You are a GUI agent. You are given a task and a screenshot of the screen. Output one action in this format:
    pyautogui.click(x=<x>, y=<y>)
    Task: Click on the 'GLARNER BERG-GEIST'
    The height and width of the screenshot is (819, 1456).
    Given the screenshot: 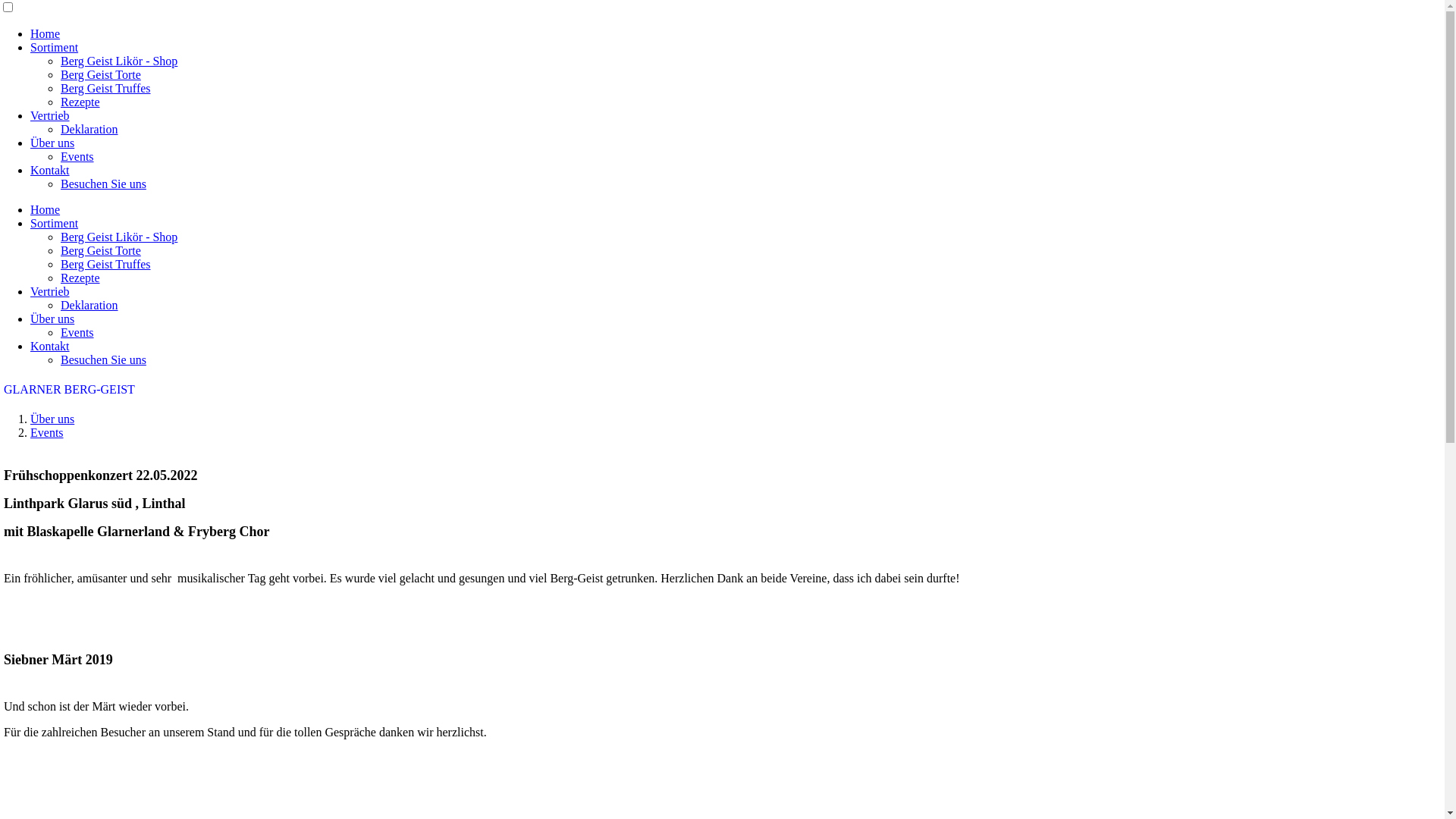 What is the action you would take?
    pyautogui.click(x=3, y=388)
    